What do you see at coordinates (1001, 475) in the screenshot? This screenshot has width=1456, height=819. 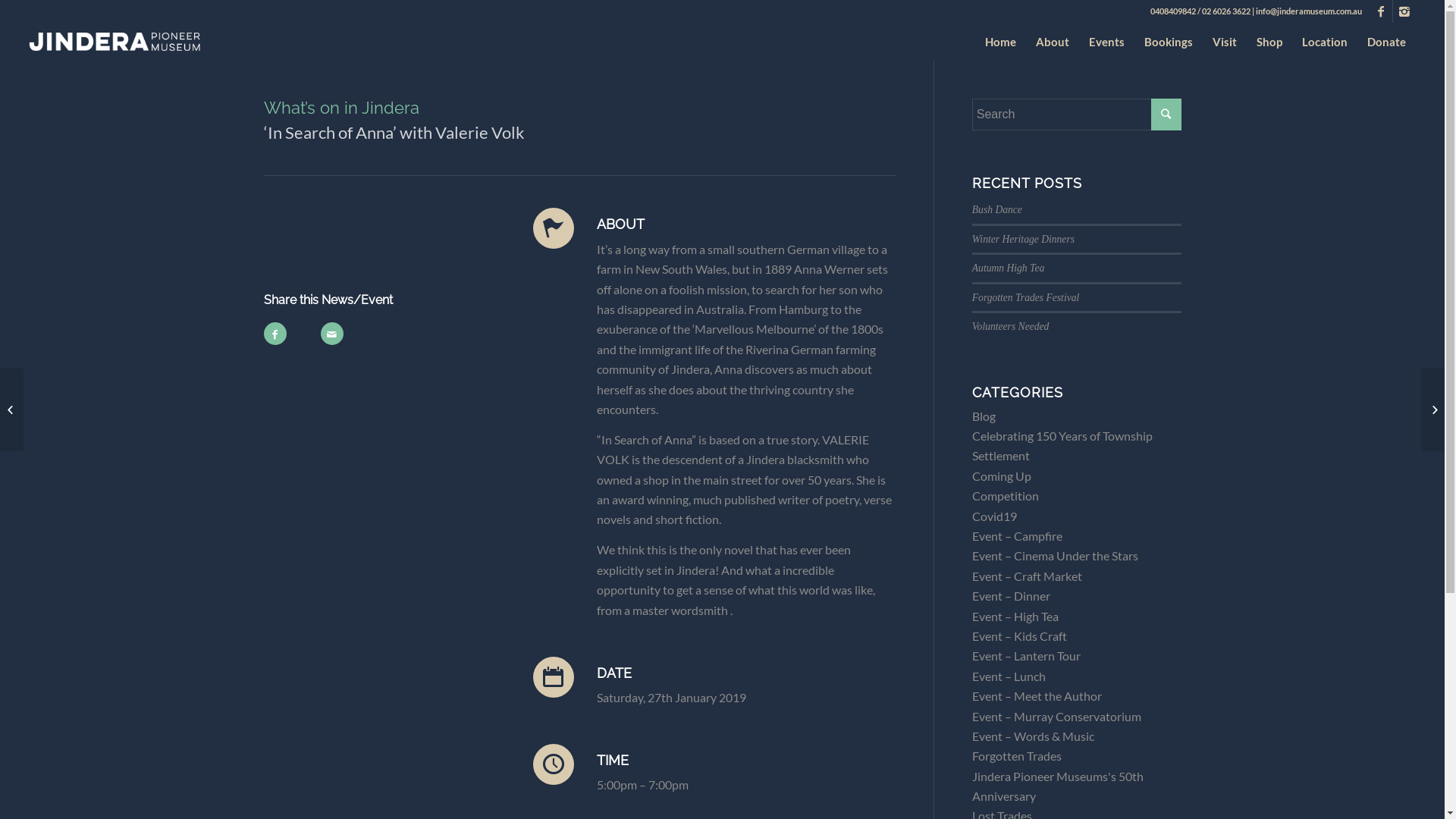 I see `'Coming Up'` at bounding box center [1001, 475].